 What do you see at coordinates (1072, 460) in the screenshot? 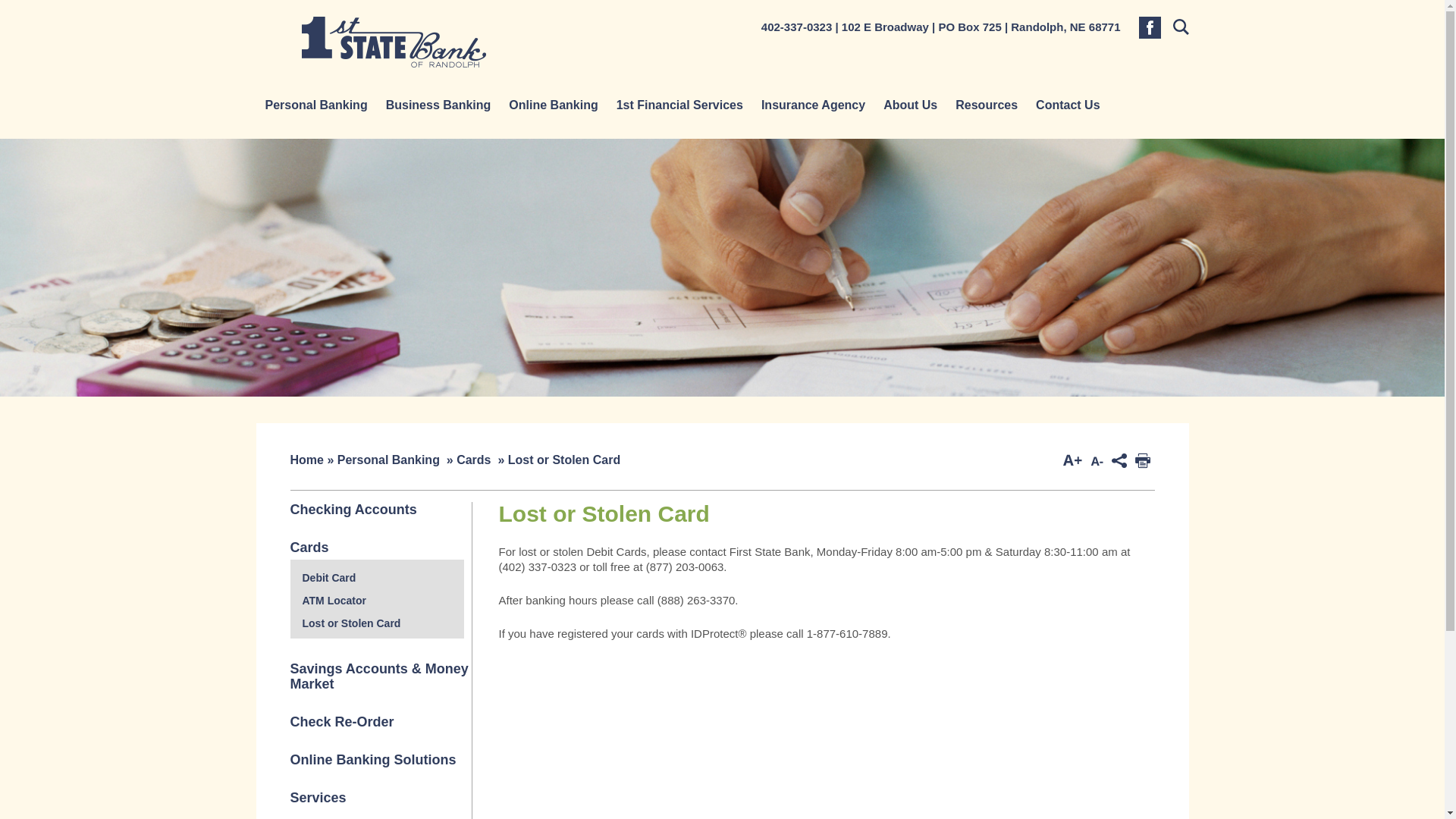
I see `'Increase Font Size'` at bounding box center [1072, 460].